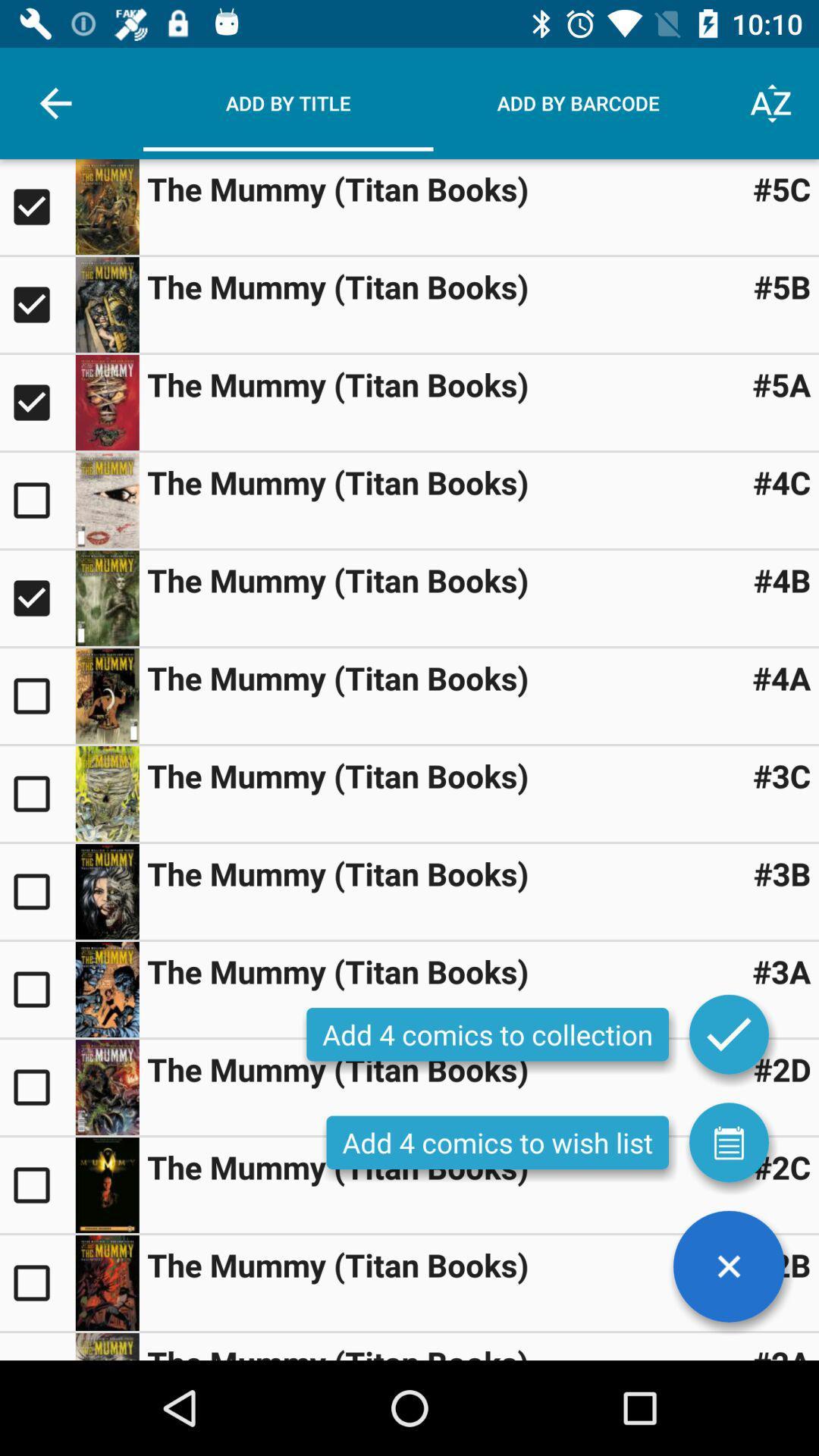 This screenshot has height=1456, width=819. Describe the element at coordinates (36, 990) in the screenshot. I see `a comic` at that location.